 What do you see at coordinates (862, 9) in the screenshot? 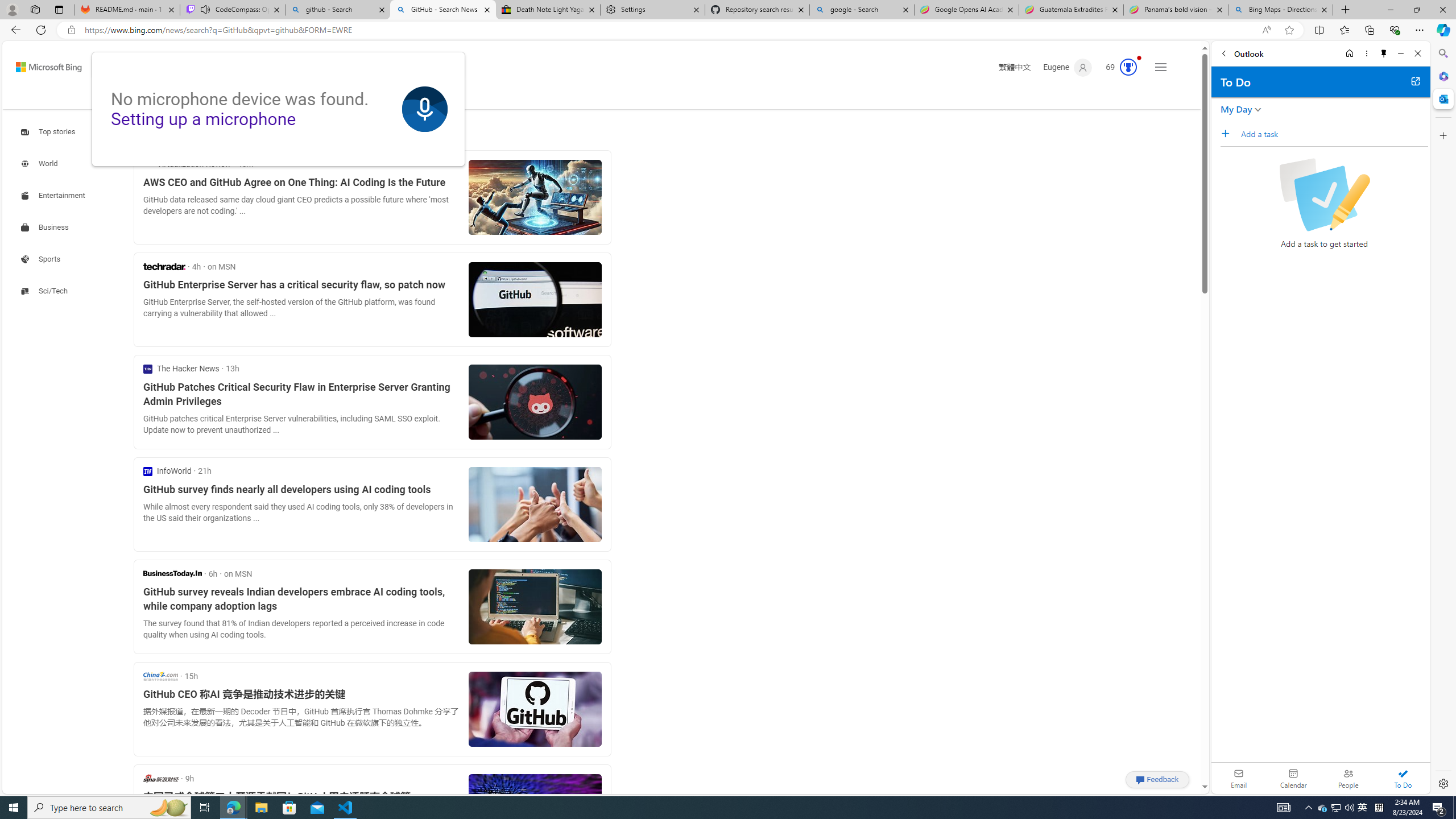
I see `'google - Search'` at bounding box center [862, 9].